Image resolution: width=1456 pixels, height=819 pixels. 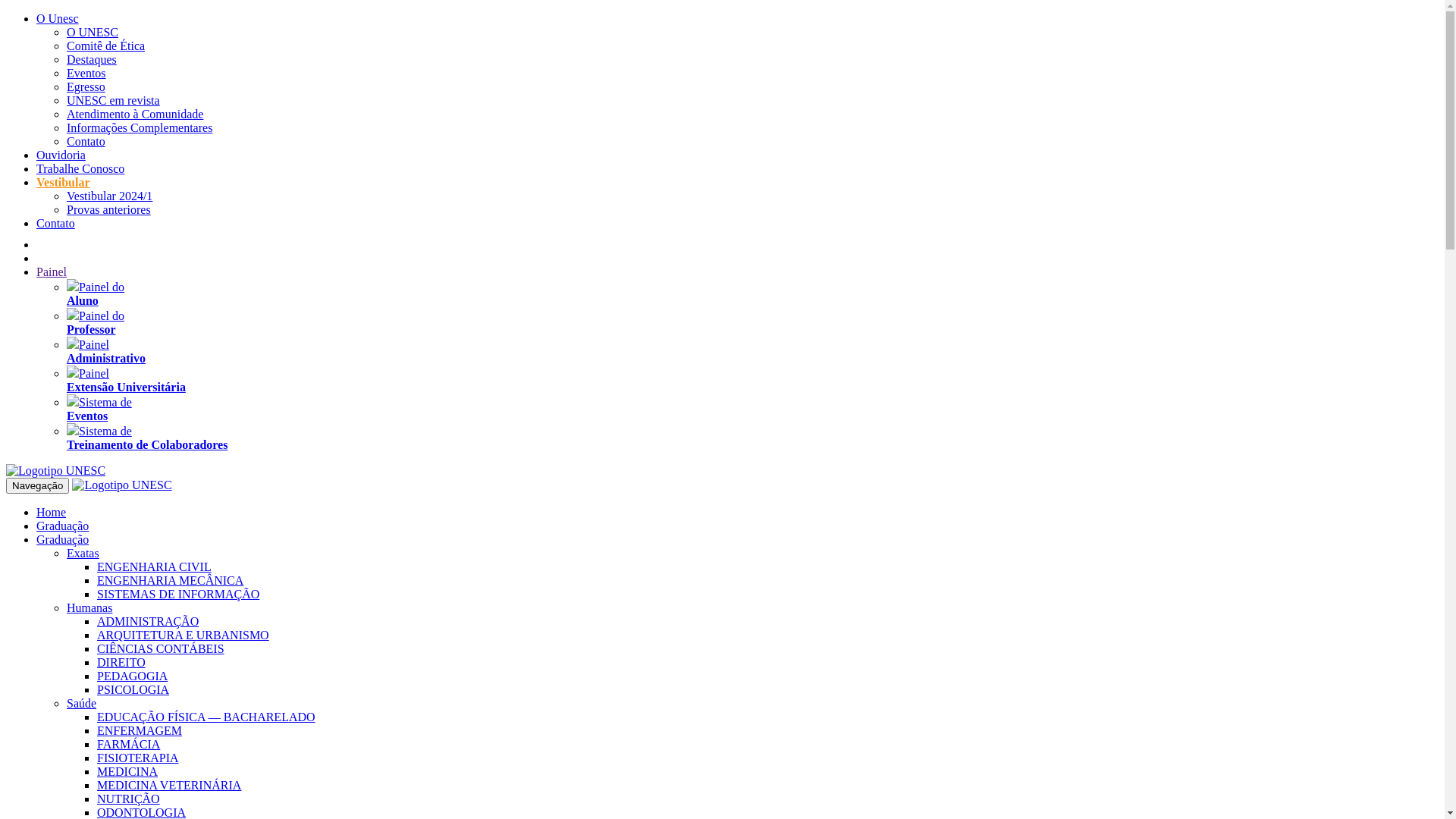 I want to click on 'O Unesc', so click(x=58, y=18).